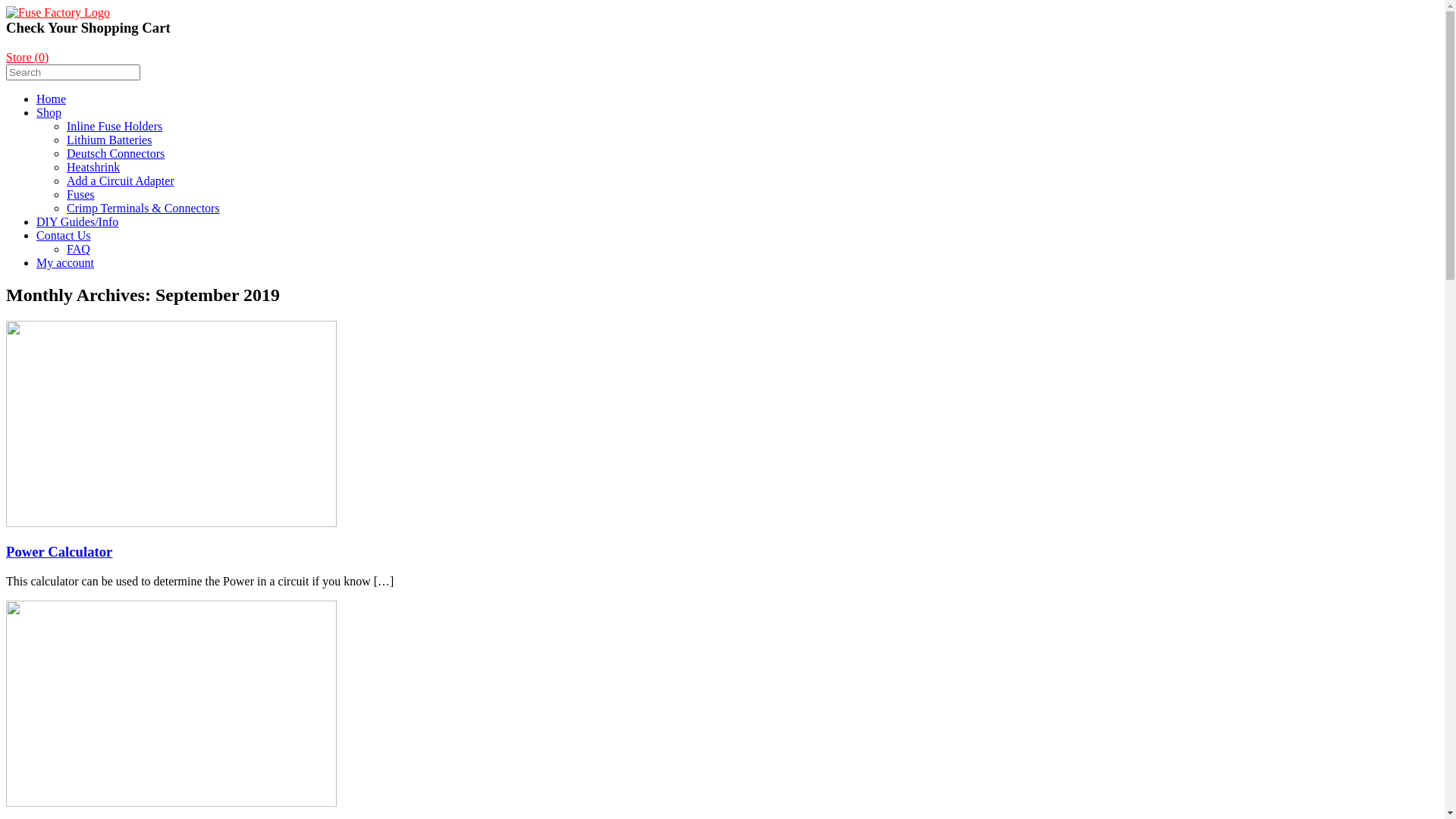 Image resolution: width=1456 pixels, height=819 pixels. Describe the element at coordinates (65, 125) in the screenshot. I see `'Inline Fuse Holders'` at that location.